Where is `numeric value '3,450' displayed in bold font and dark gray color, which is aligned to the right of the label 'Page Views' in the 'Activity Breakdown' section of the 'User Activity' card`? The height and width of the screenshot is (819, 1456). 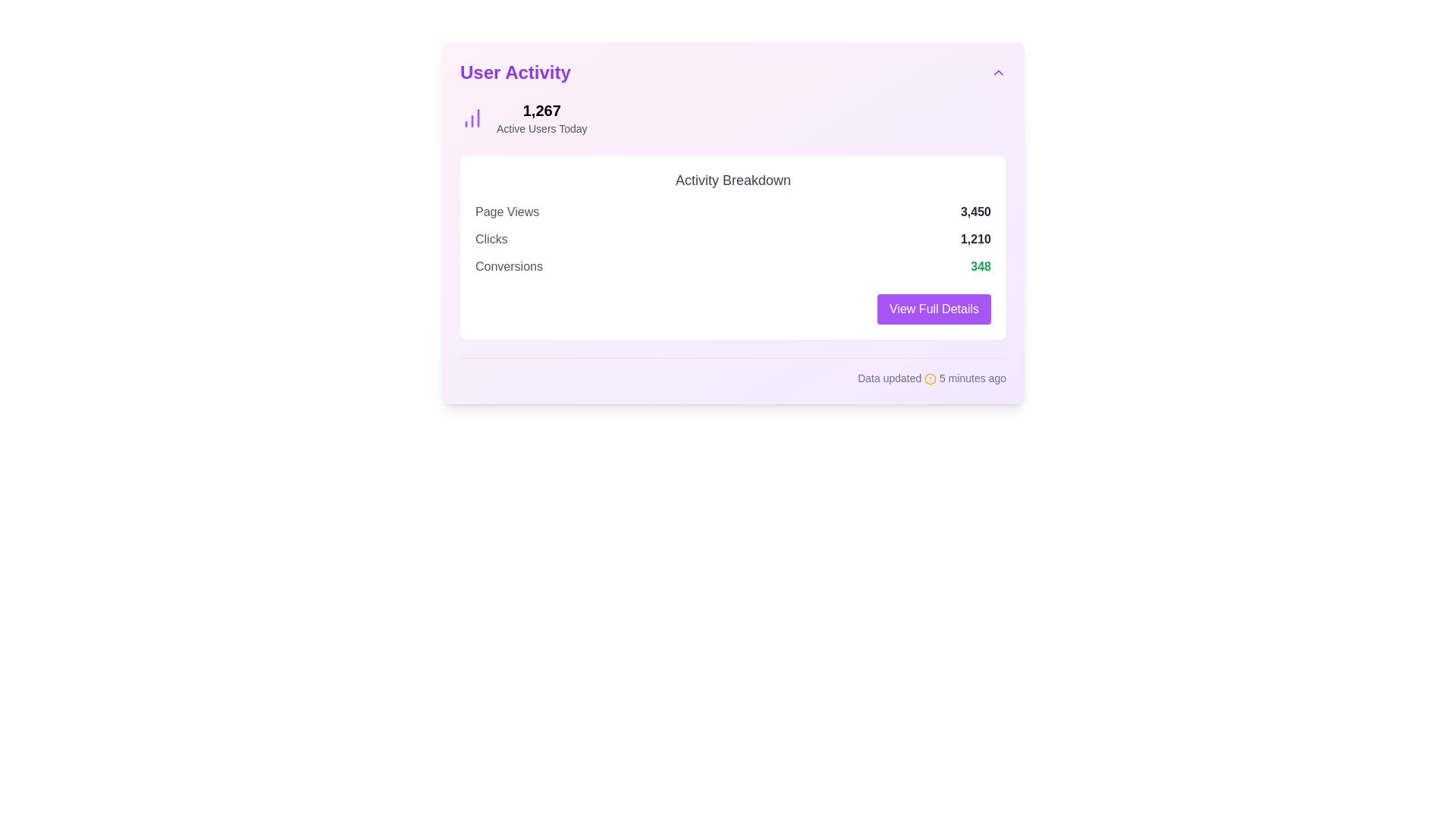
numeric value '3,450' displayed in bold font and dark gray color, which is aligned to the right of the label 'Page Views' in the 'Activity Breakdown' section of the 'User Activity' card is located at coordinates (975, 212).